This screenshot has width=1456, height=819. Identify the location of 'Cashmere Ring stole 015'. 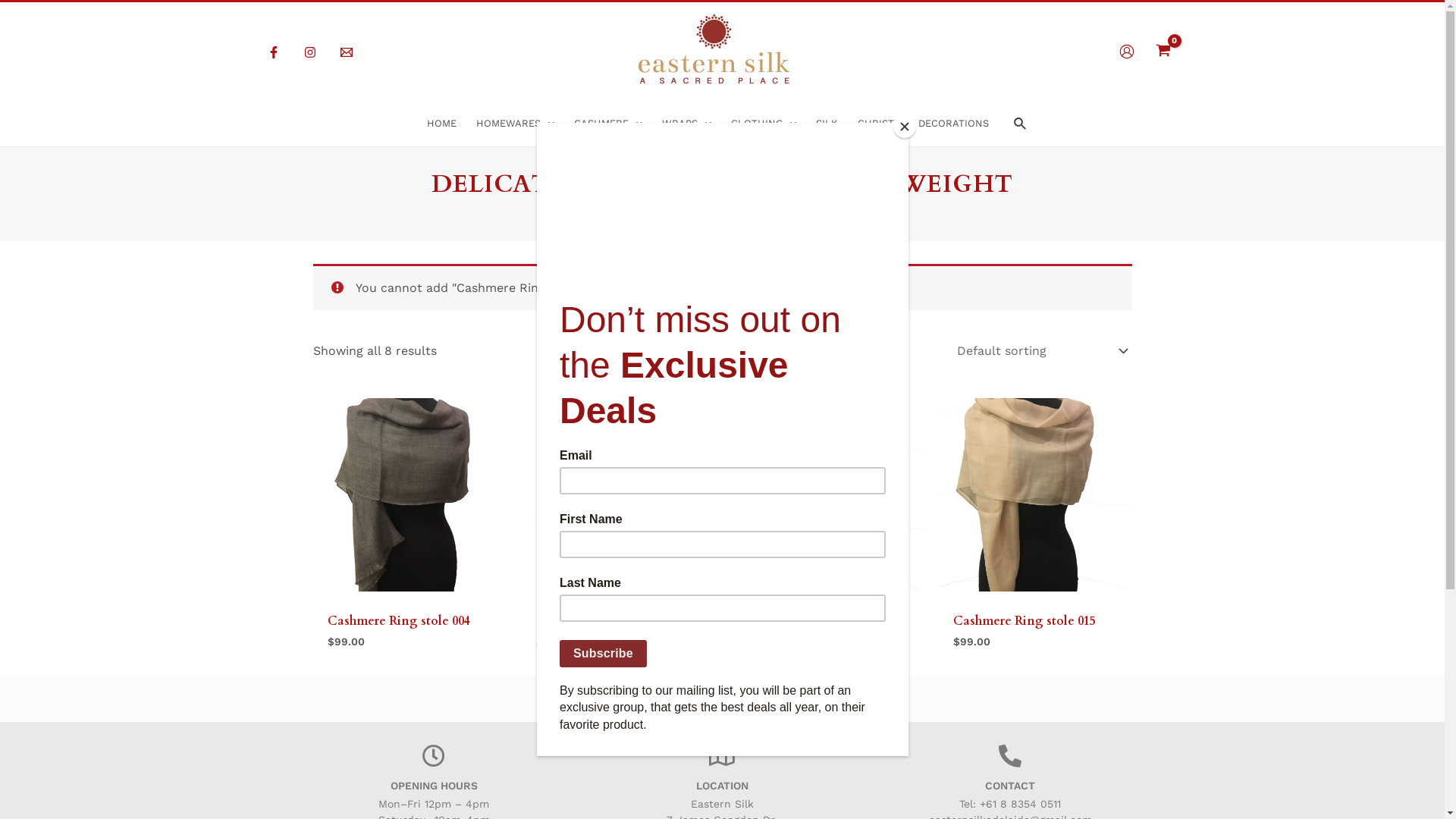
(1024, 624).